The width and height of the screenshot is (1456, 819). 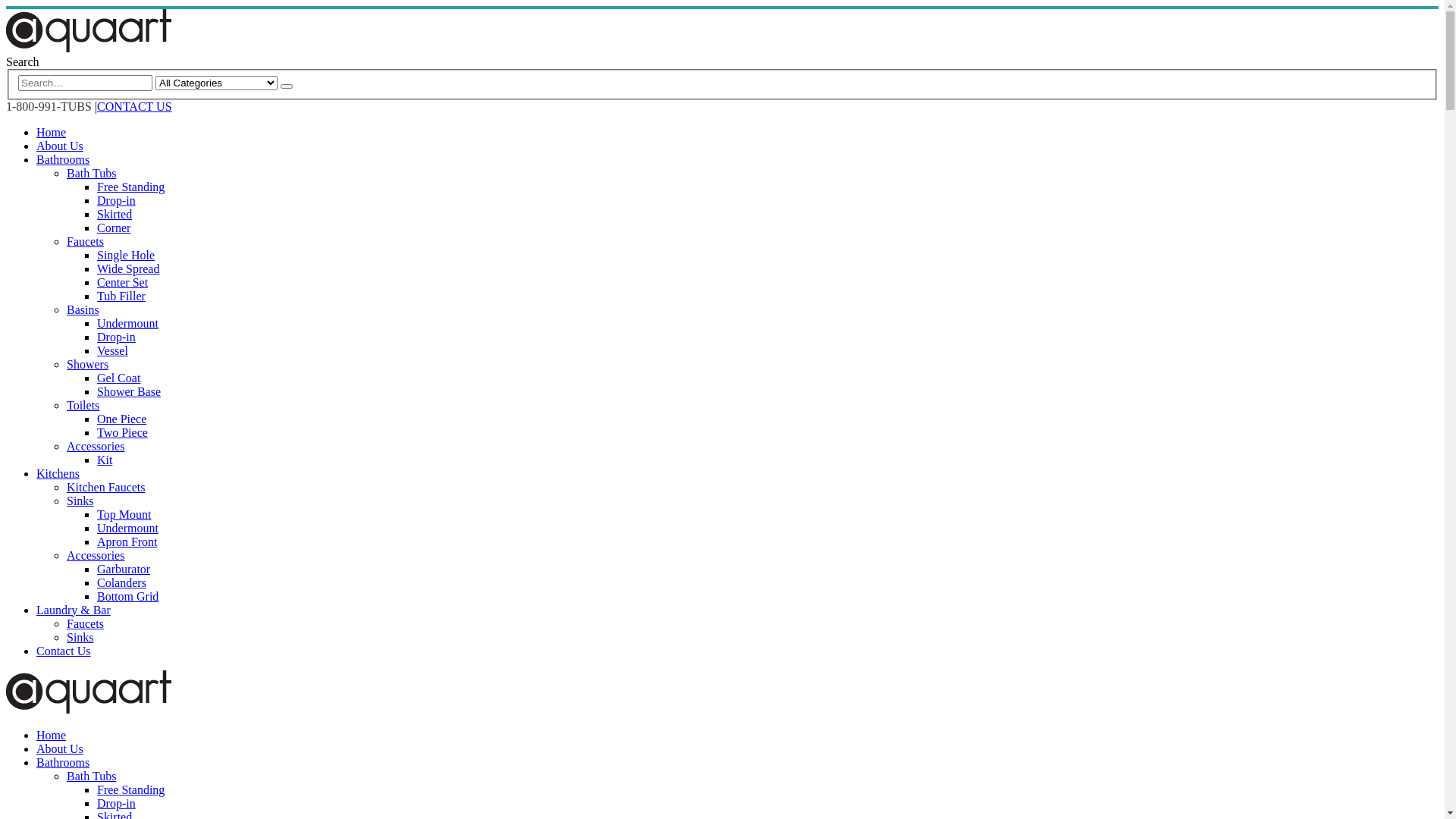 I want to click on 'Bathrooms', so click(x=61, y=762).